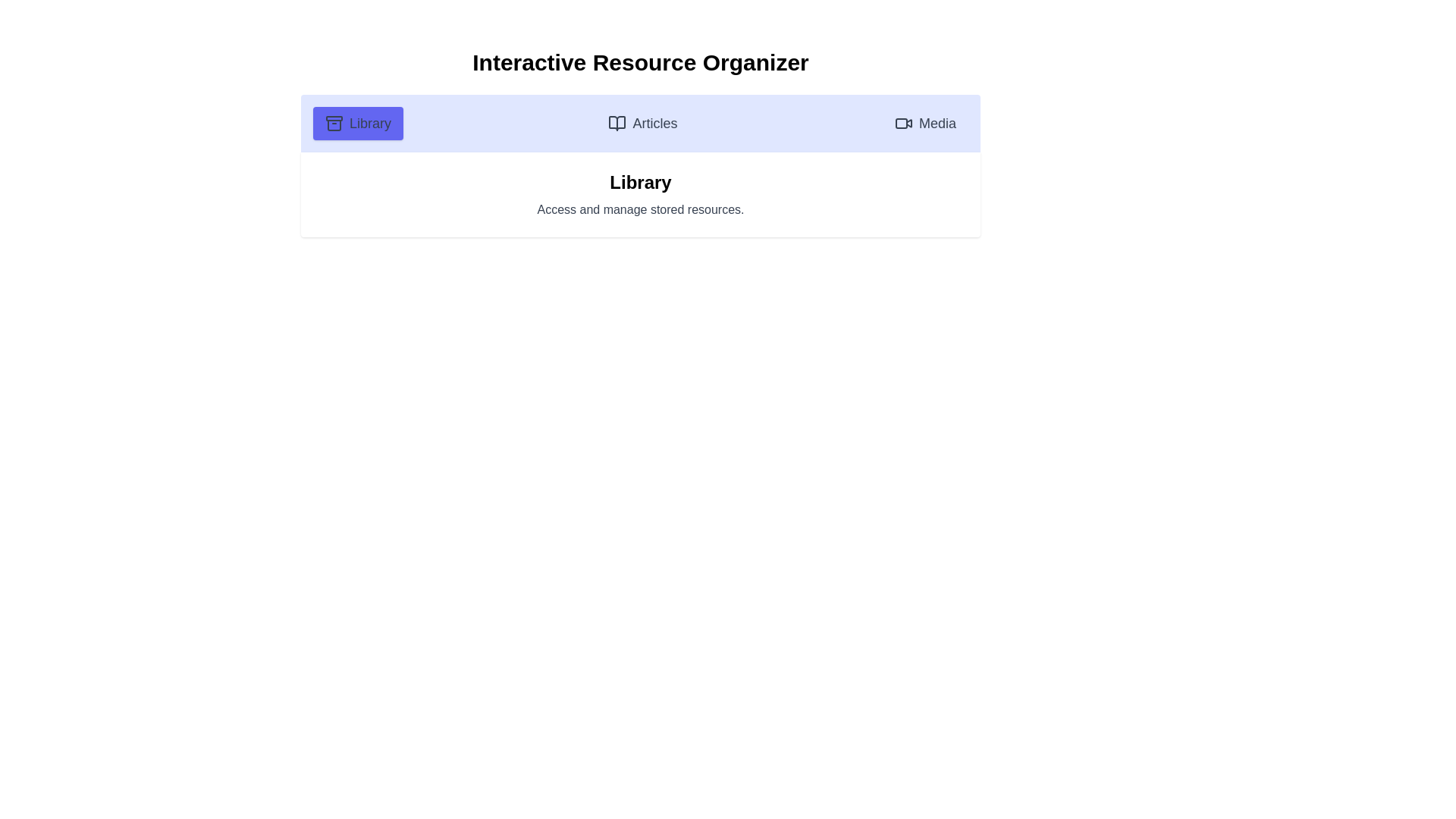 This screenshot has width=1456, height=819. I want to click on the active tab, which is the 'Library' tab, so click(357, 122).